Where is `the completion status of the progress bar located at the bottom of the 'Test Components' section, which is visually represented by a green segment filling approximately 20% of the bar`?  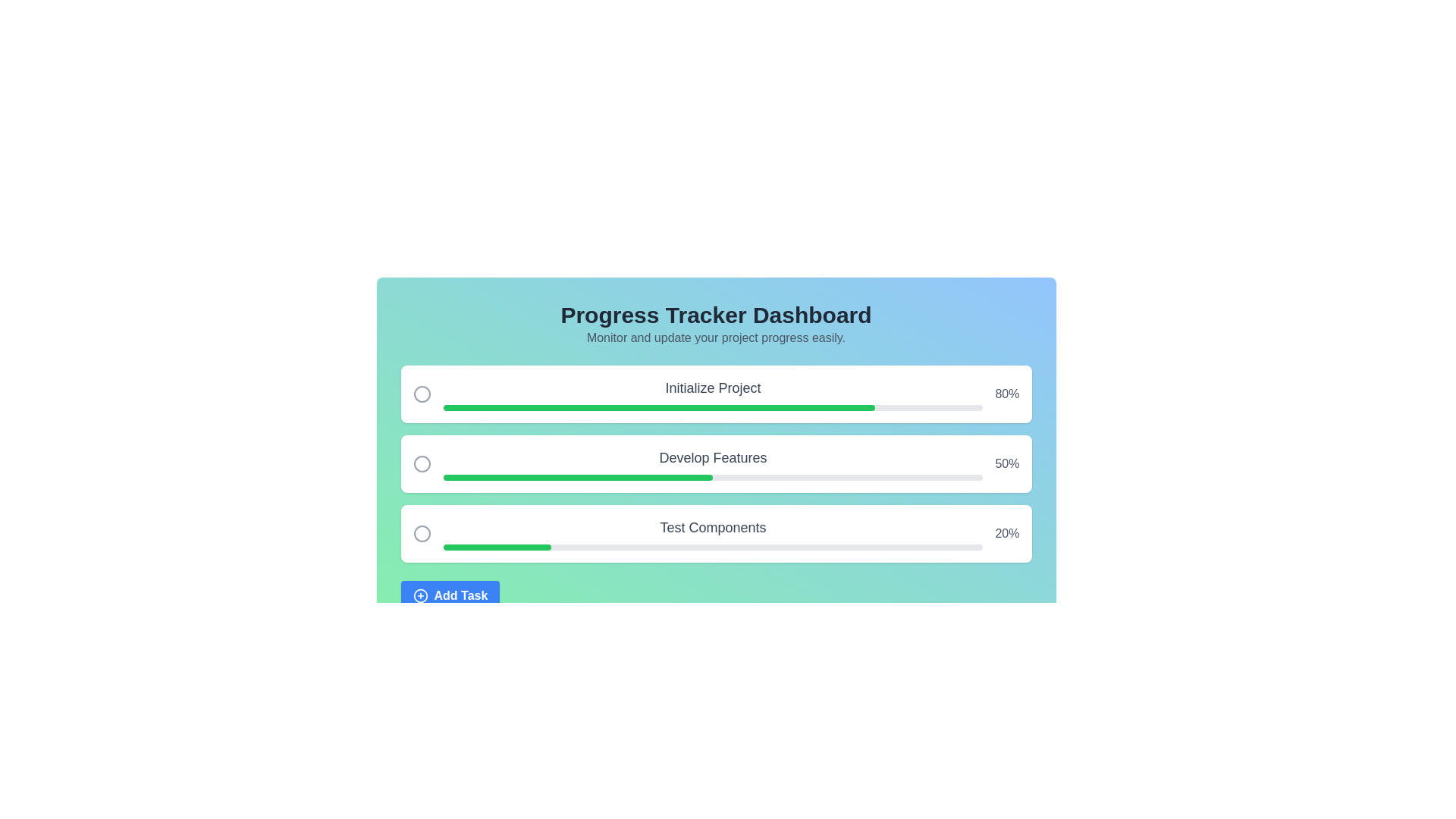 the completion status of the progress bar located at the bottom of the 'Test Components' section, which is visually represented by a green segment filling approximately 20% of the bar is located at coordinates (712, 547).